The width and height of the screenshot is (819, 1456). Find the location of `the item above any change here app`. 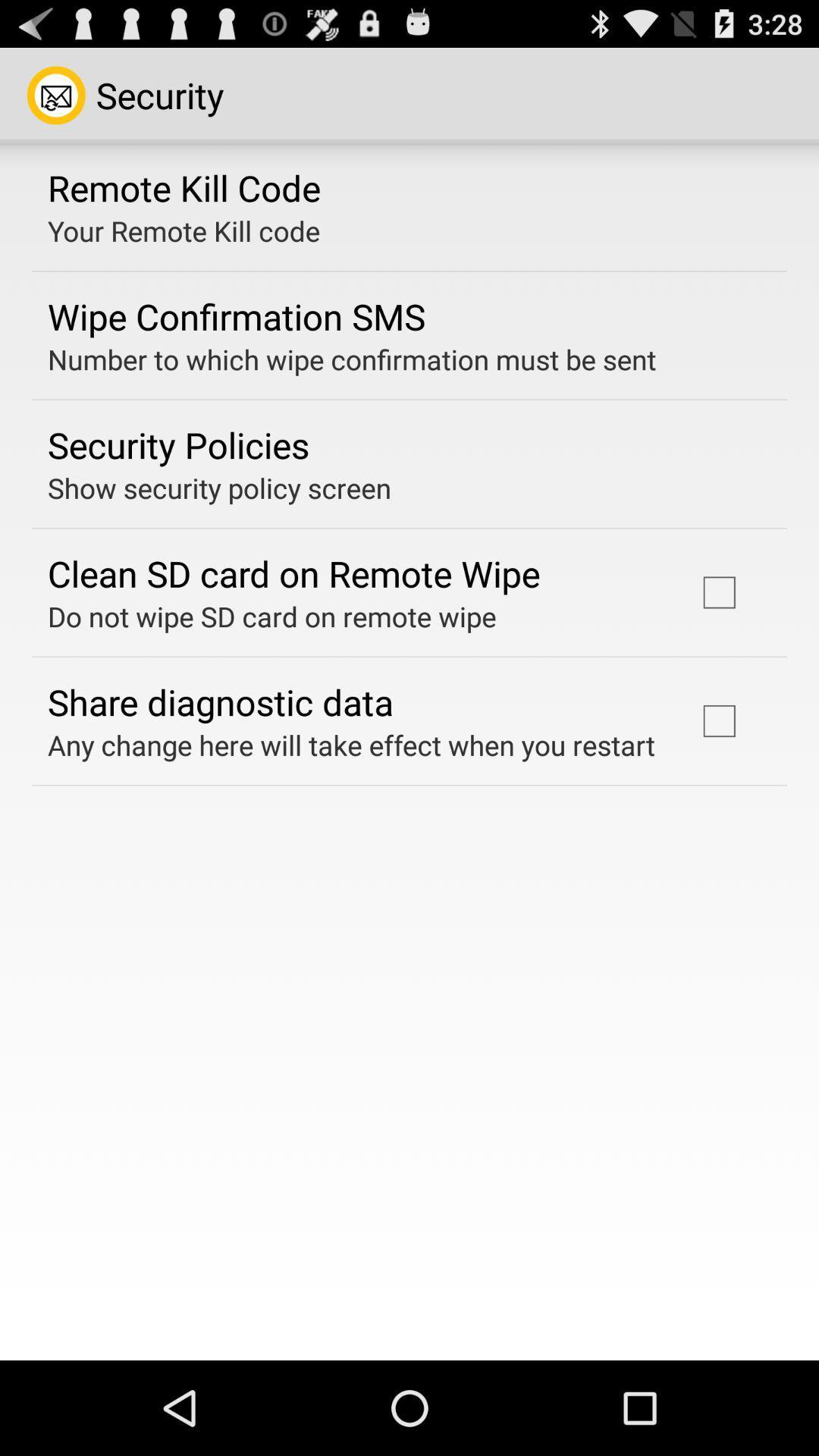

the item above any change here app is located at coordinates (220, 701).